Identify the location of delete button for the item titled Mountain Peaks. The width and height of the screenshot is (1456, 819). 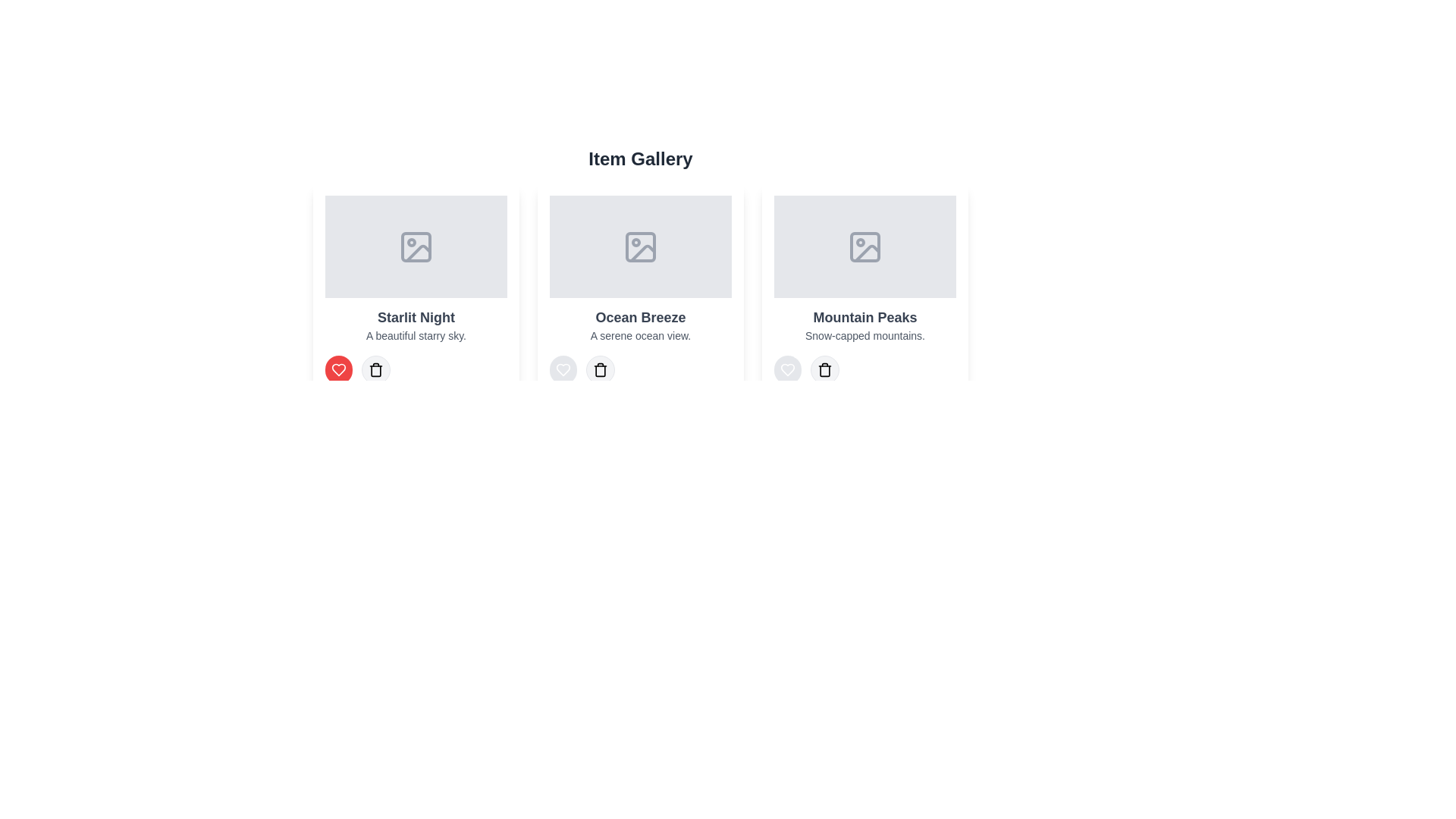
(824, 370).